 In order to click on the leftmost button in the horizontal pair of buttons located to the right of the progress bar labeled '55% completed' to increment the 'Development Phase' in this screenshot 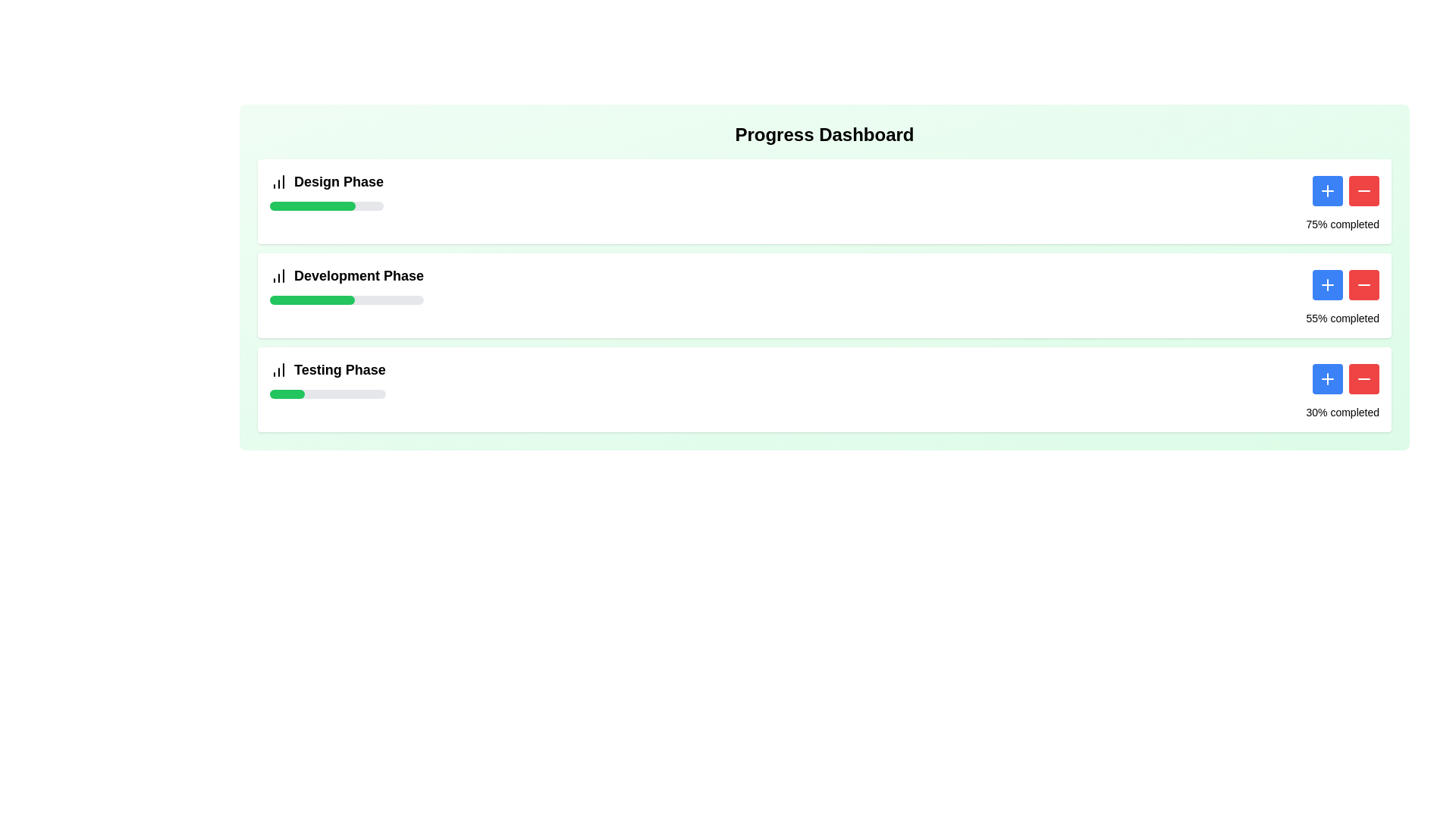, I will do `click(1327, 284)`.